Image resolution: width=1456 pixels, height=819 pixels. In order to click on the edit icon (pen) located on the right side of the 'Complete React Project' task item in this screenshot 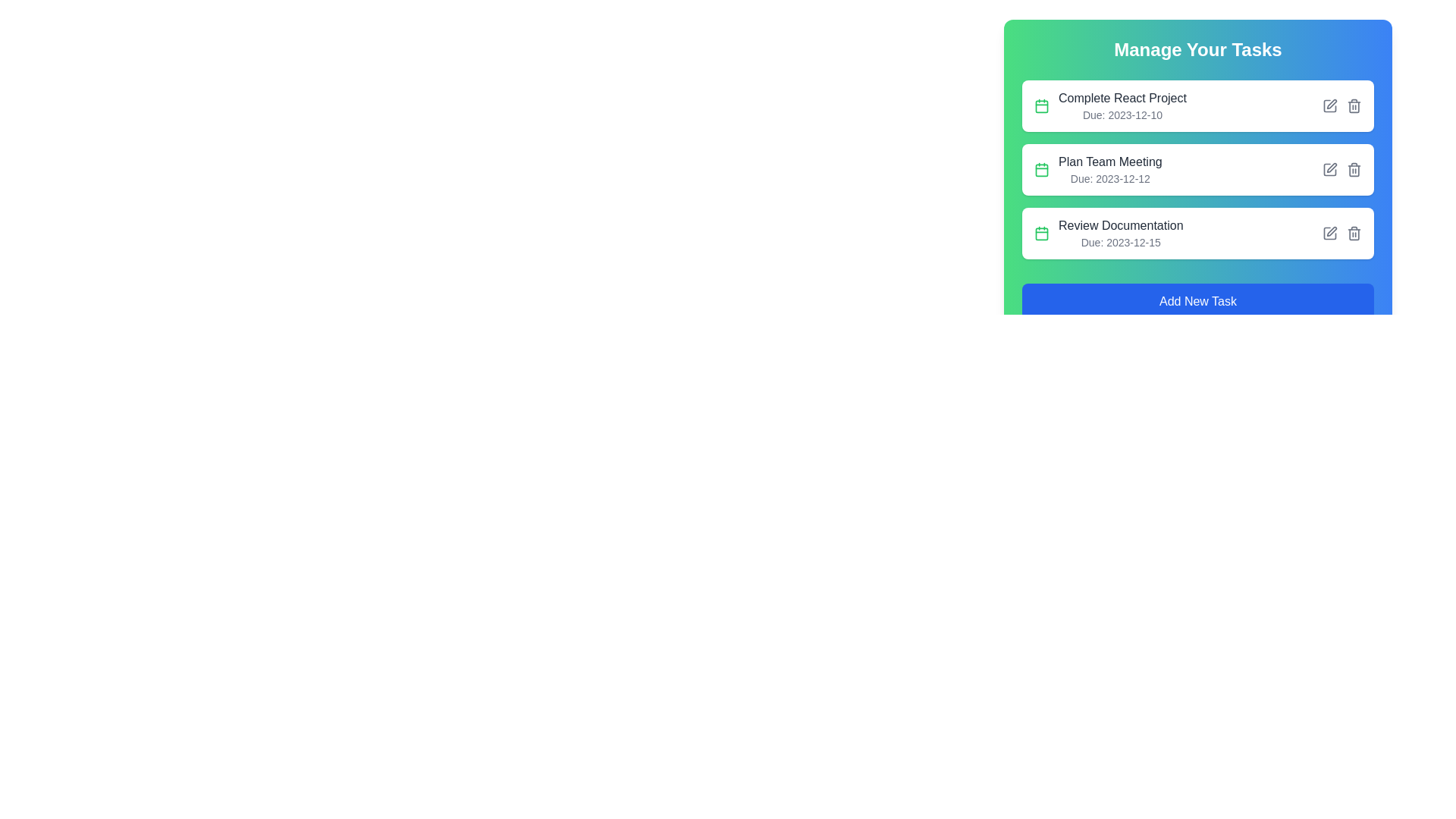, I will do `click(1329, 105)`.